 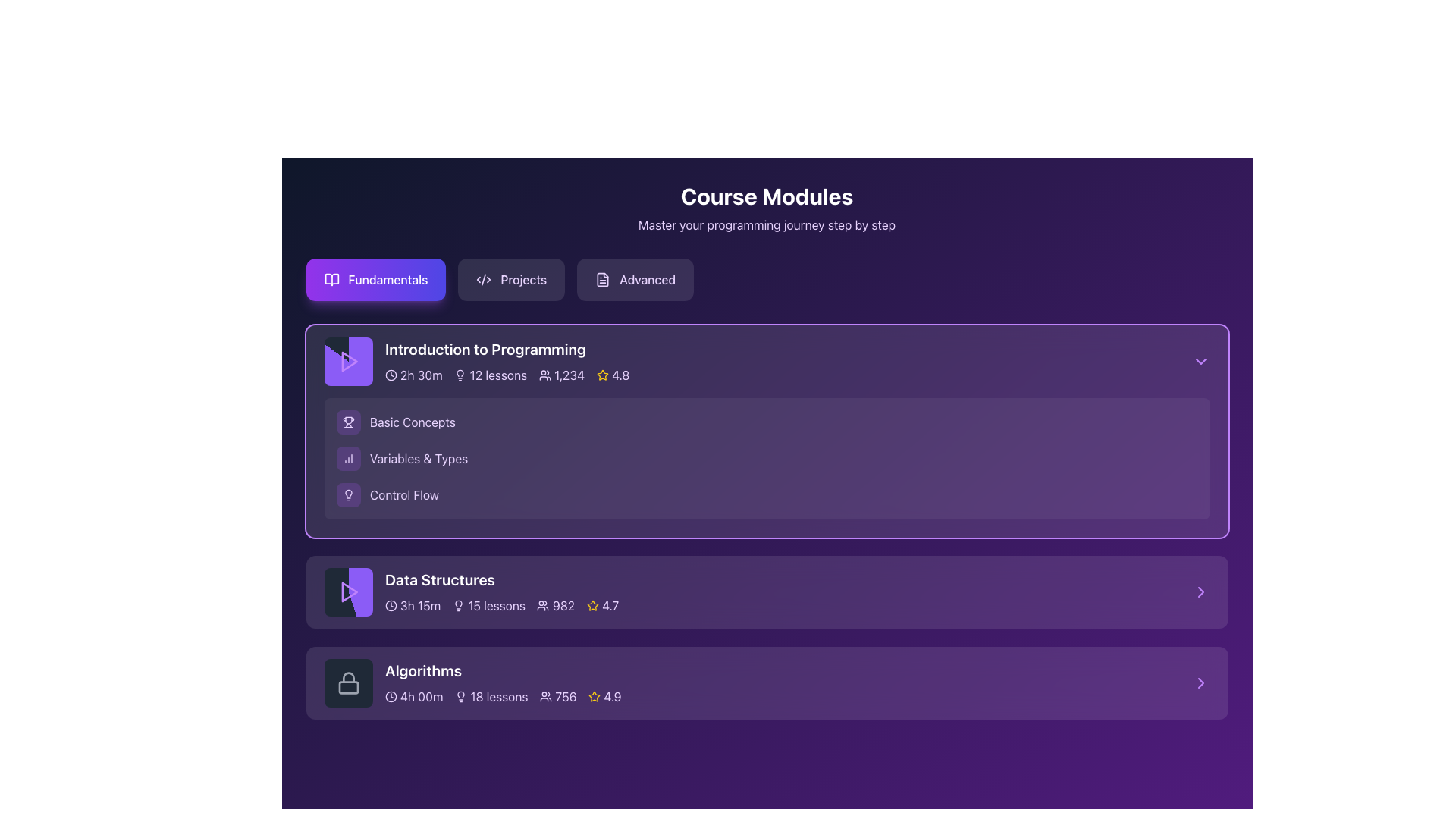 What do you see at coordinates (347, 687) in the screenshot?
I see `the bottom part of the lock graphic shape that represents the body of the lock icon within the 'Algorithms' card` at bounding box center [347, 687].